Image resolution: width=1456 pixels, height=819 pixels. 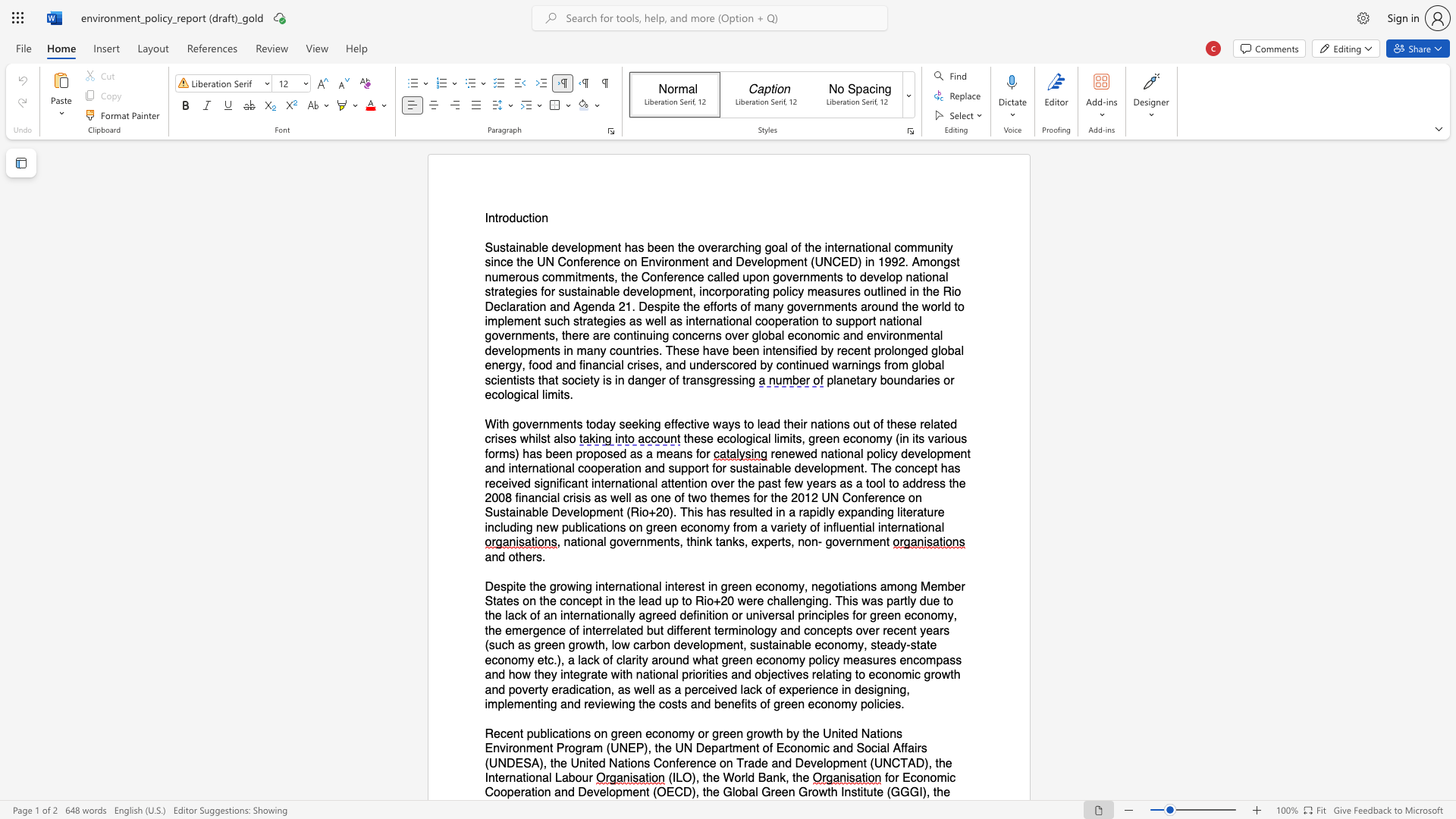 What do you see at coordinates (866, 424) in the screenshot?
I see `the subset text "t of th" within the text "With governments today seeking effective ways to lead their nations out of these related crises whilst also"` at bounding box center [866, 424].